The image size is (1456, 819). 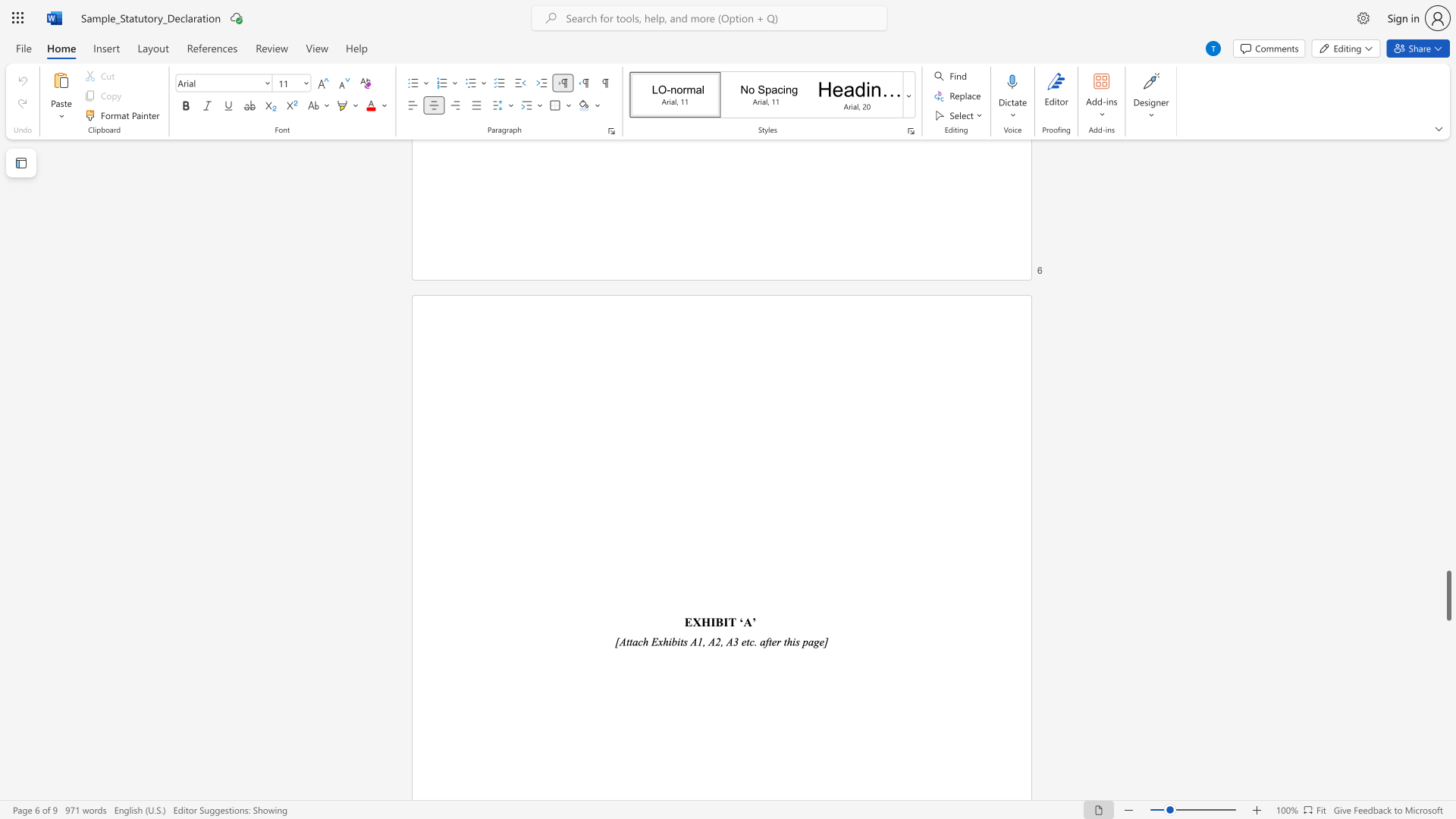 What do you see at coordinates (1448, 454) in the screenshot?
I see `the scrollbar to slide the page up` at bounding box center [1448, 454].